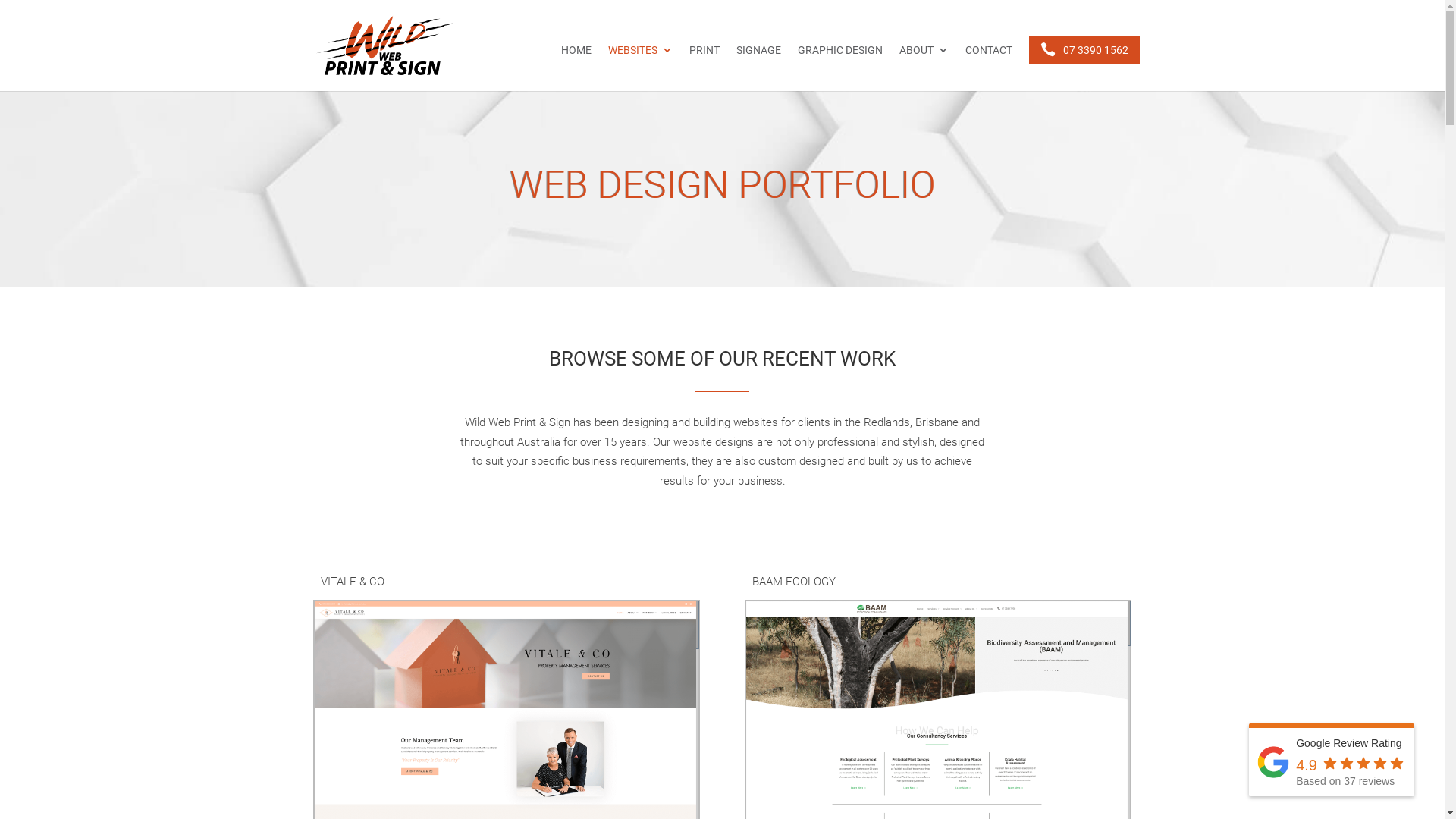  Describe the element at coordinates (923, 67) in the screenshot. I see `'ABOUT'` at that location.